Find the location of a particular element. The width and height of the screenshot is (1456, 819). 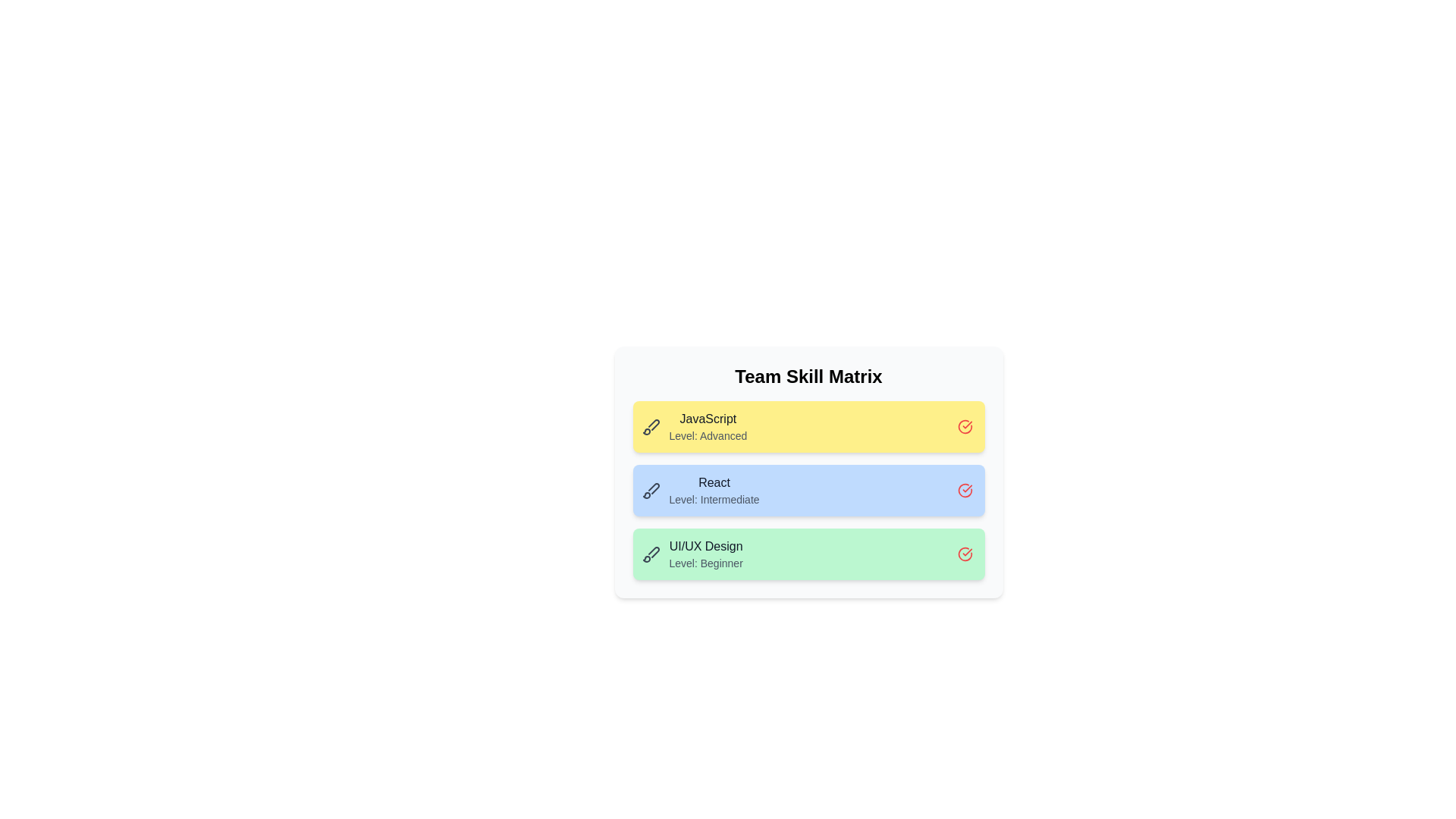

the skill React from the list is located at coordinates (964, 491).